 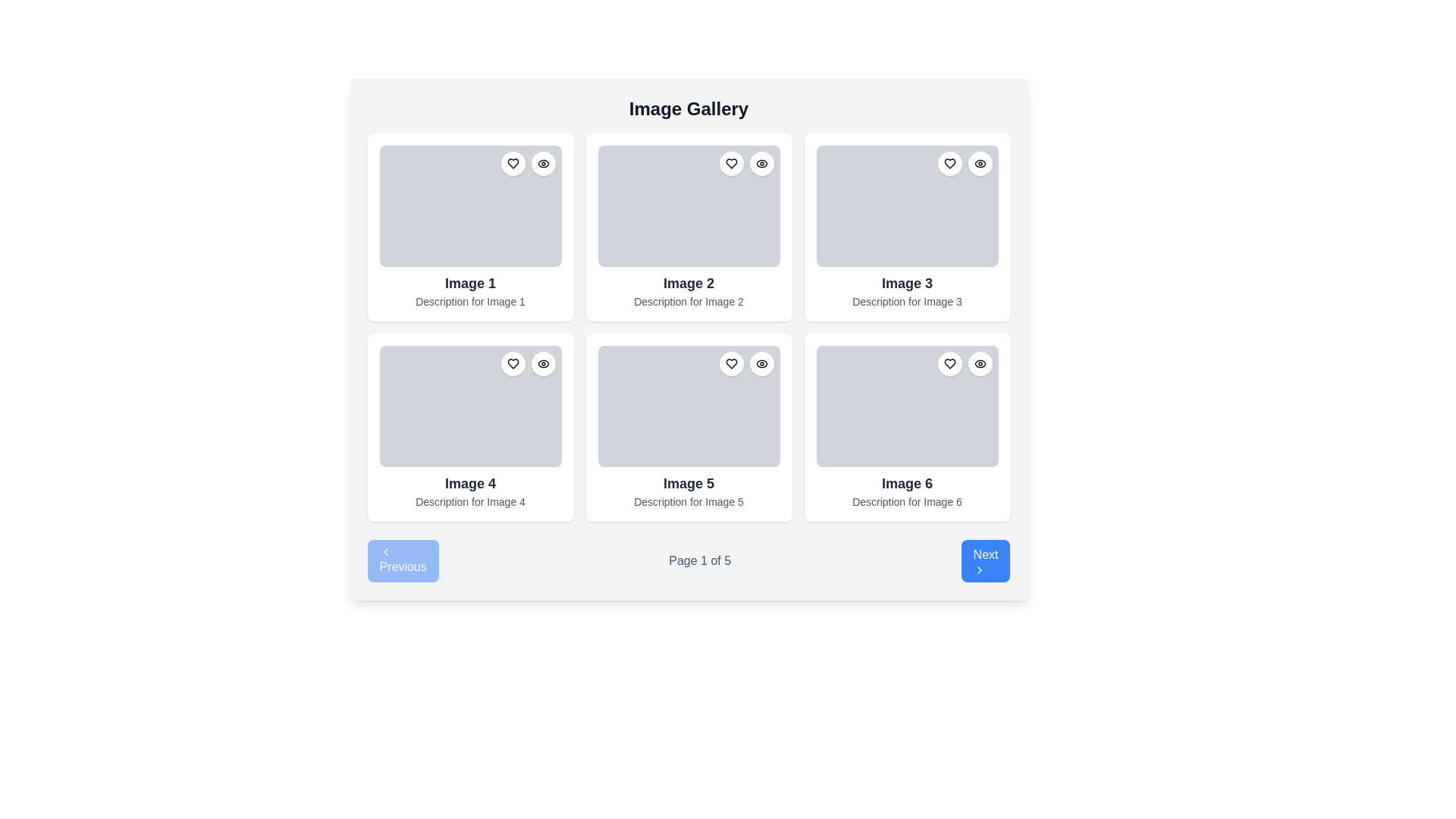 I want to click on the eye icon in the top-right corner of the box representing 'Image 6', so click(x=980, y=363).